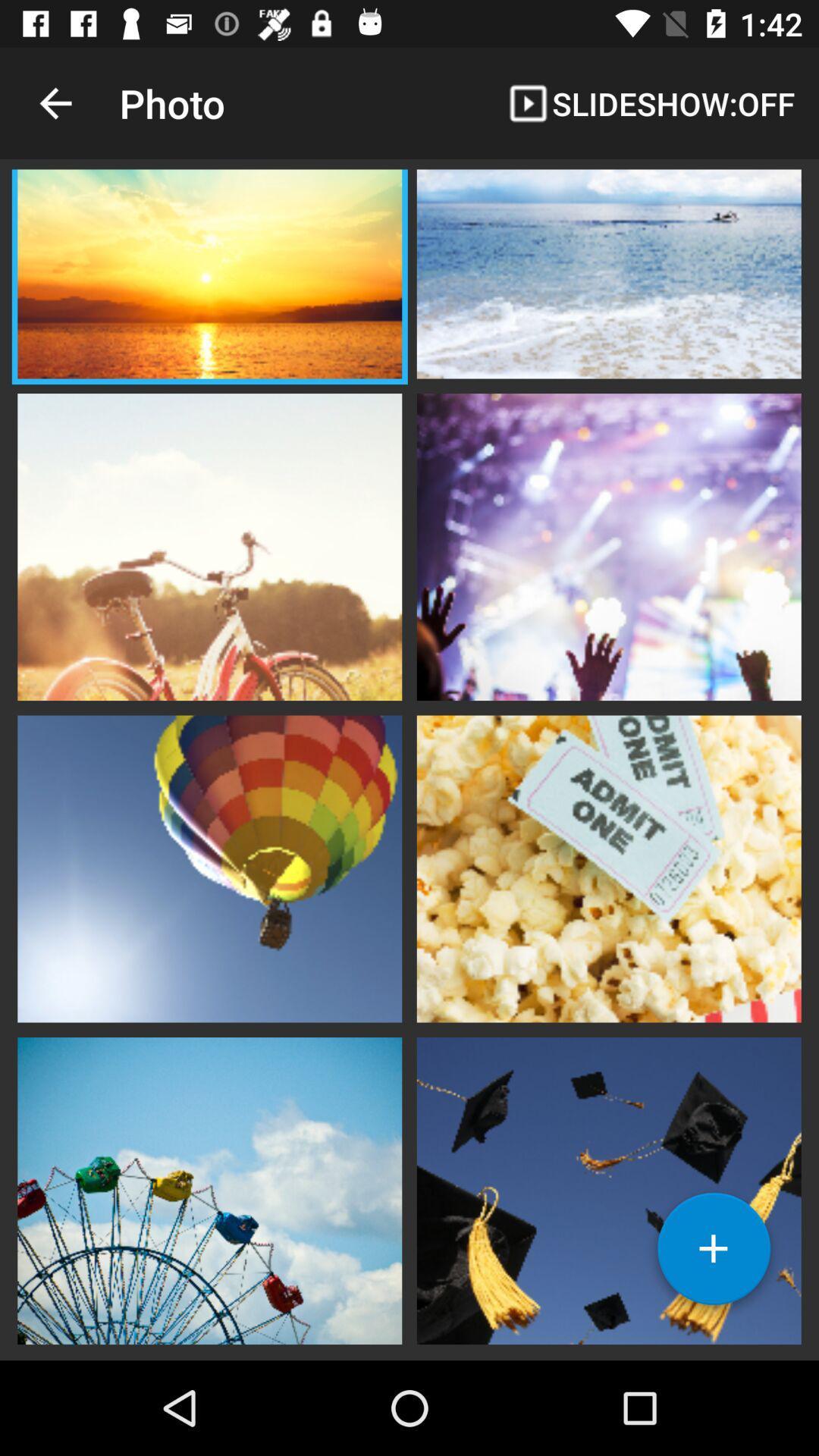  What do you see at coordinates (209, 276) in the screenshot?
I see `the picture` at bounding box center [209, 276].